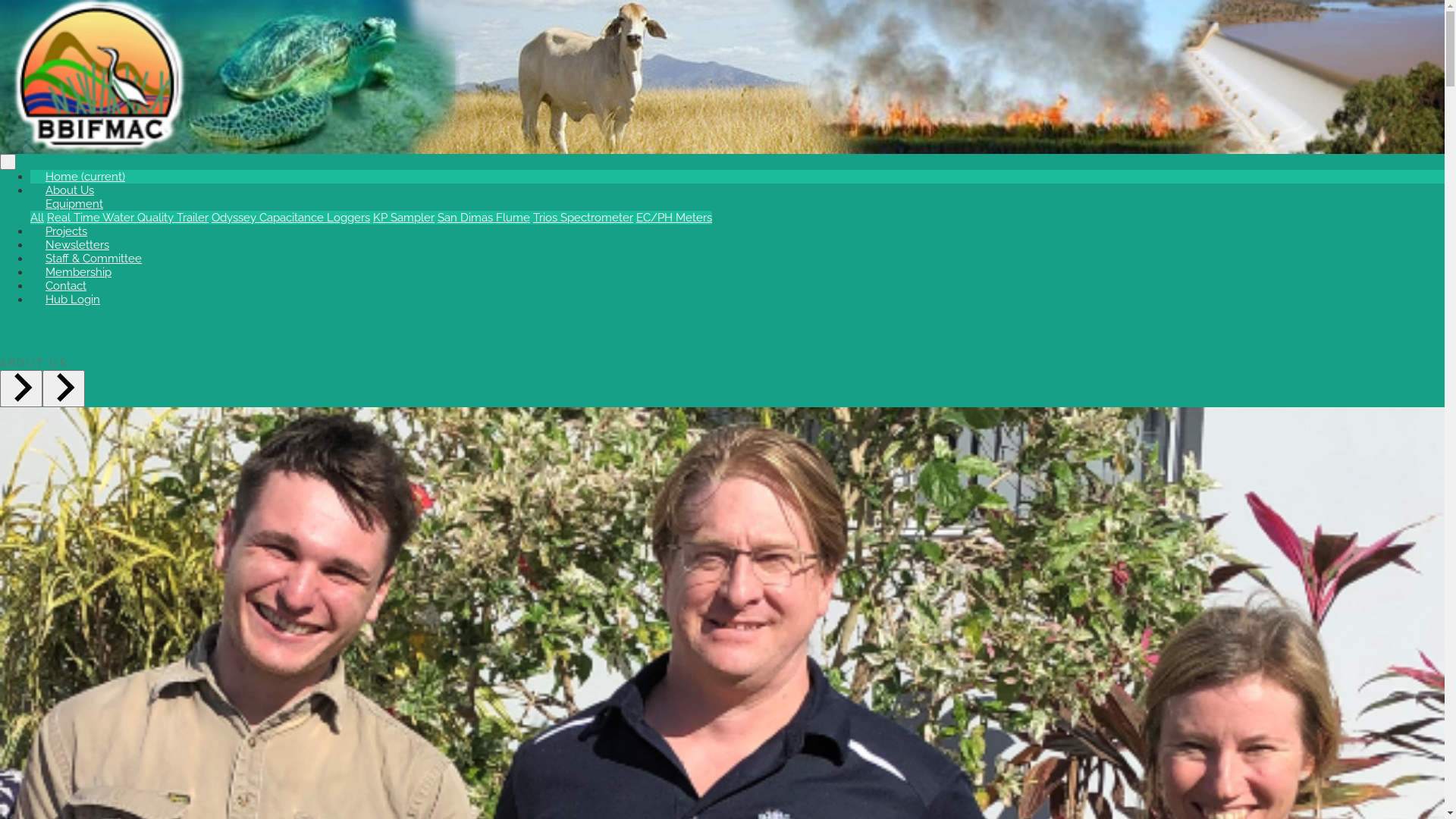 The height and width of the screenshot is (819, 1456). Describe the element at coordinates (36, 217) in the screenshot. I see `'All'` at that location.